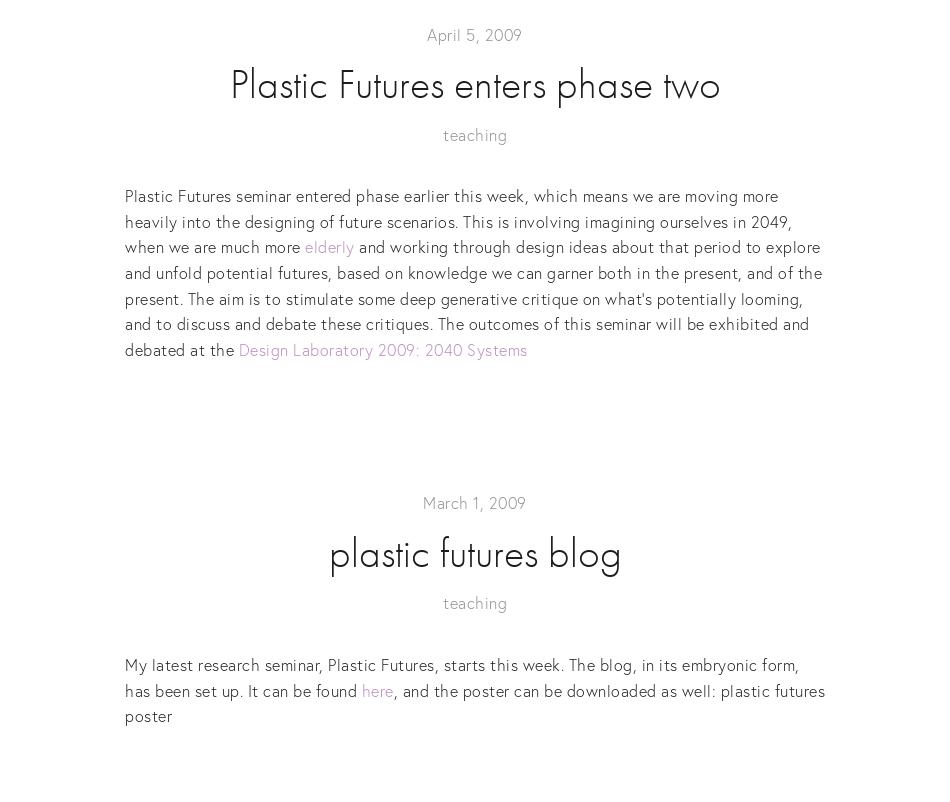  I want to click on 'elderly', so click(328, 246).